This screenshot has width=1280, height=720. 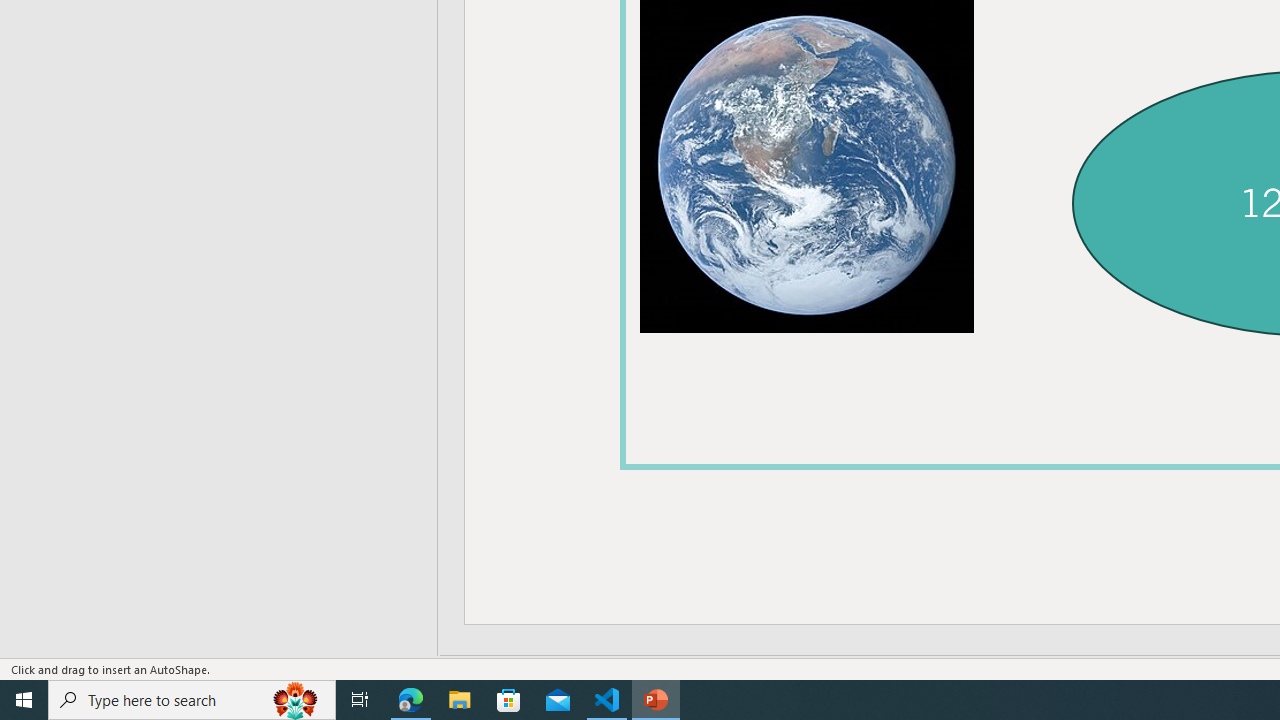 What do you see at coordinates (410, 698) in the screenshot?
I see `'Microsoft Edge - 1 running window'` at bounding box center [410, 698].